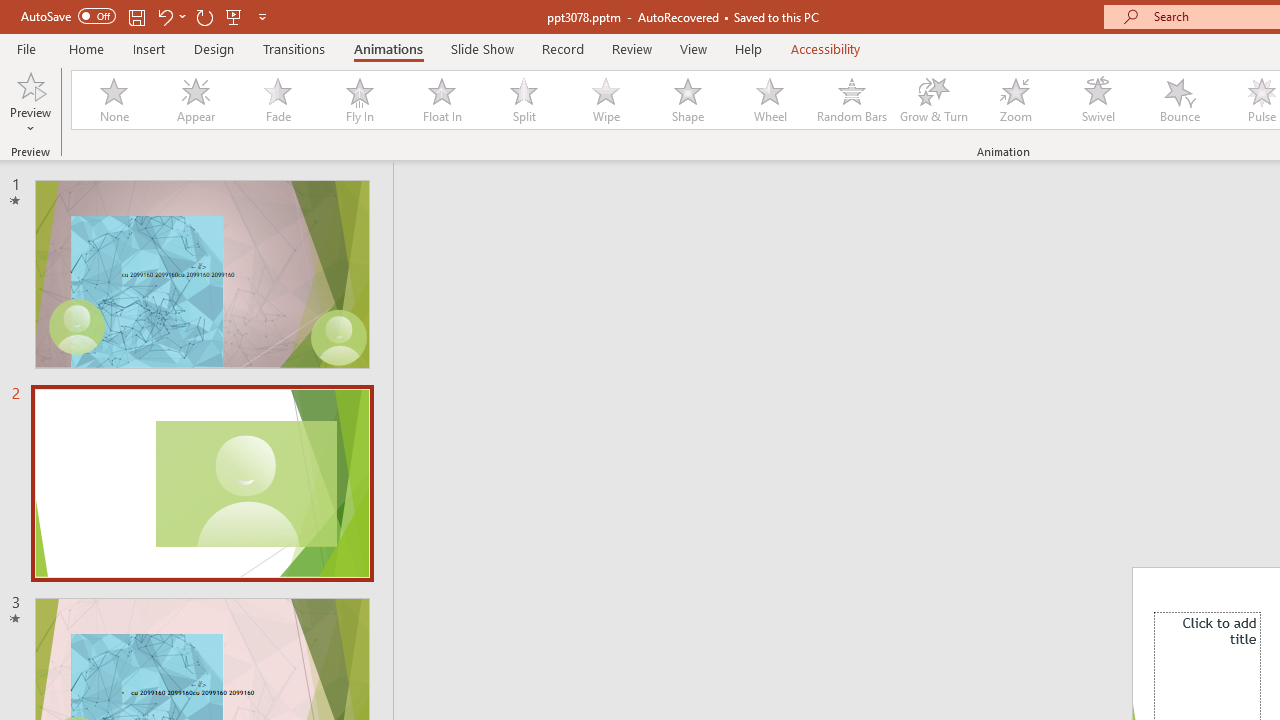 Image resolution: width=1280 pixels, height=720 pixels. Describe the element at coordinates (359, 100) in the screenshot. I see `'Fly In'` at that location.